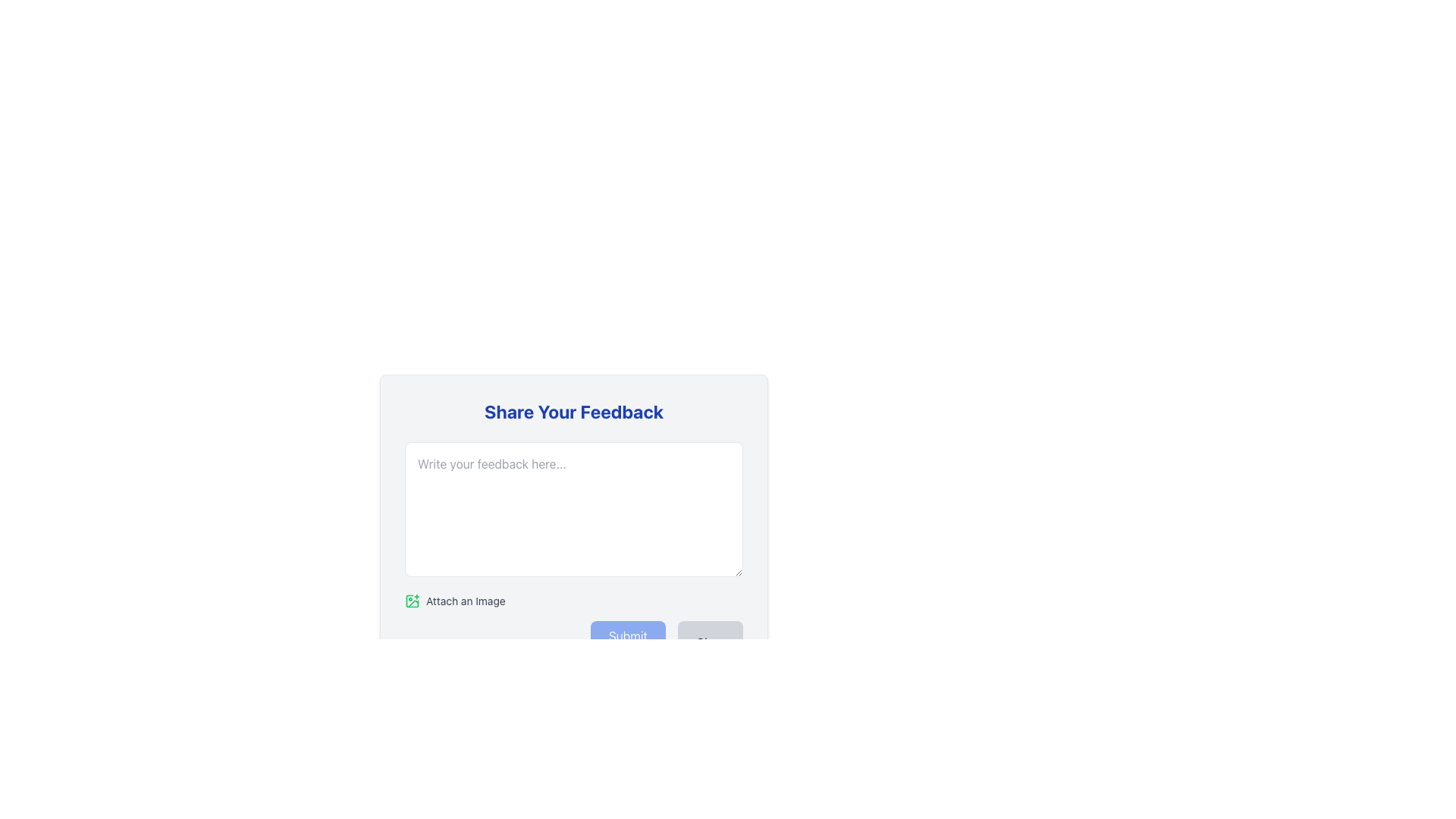 This screenshot has height=819, width=1456. What do you see at coordinates (573, 532) in the screenshot?
I see `the textarea of the feedback form to write user comments or suggestions` at bounding box center [573, 532].